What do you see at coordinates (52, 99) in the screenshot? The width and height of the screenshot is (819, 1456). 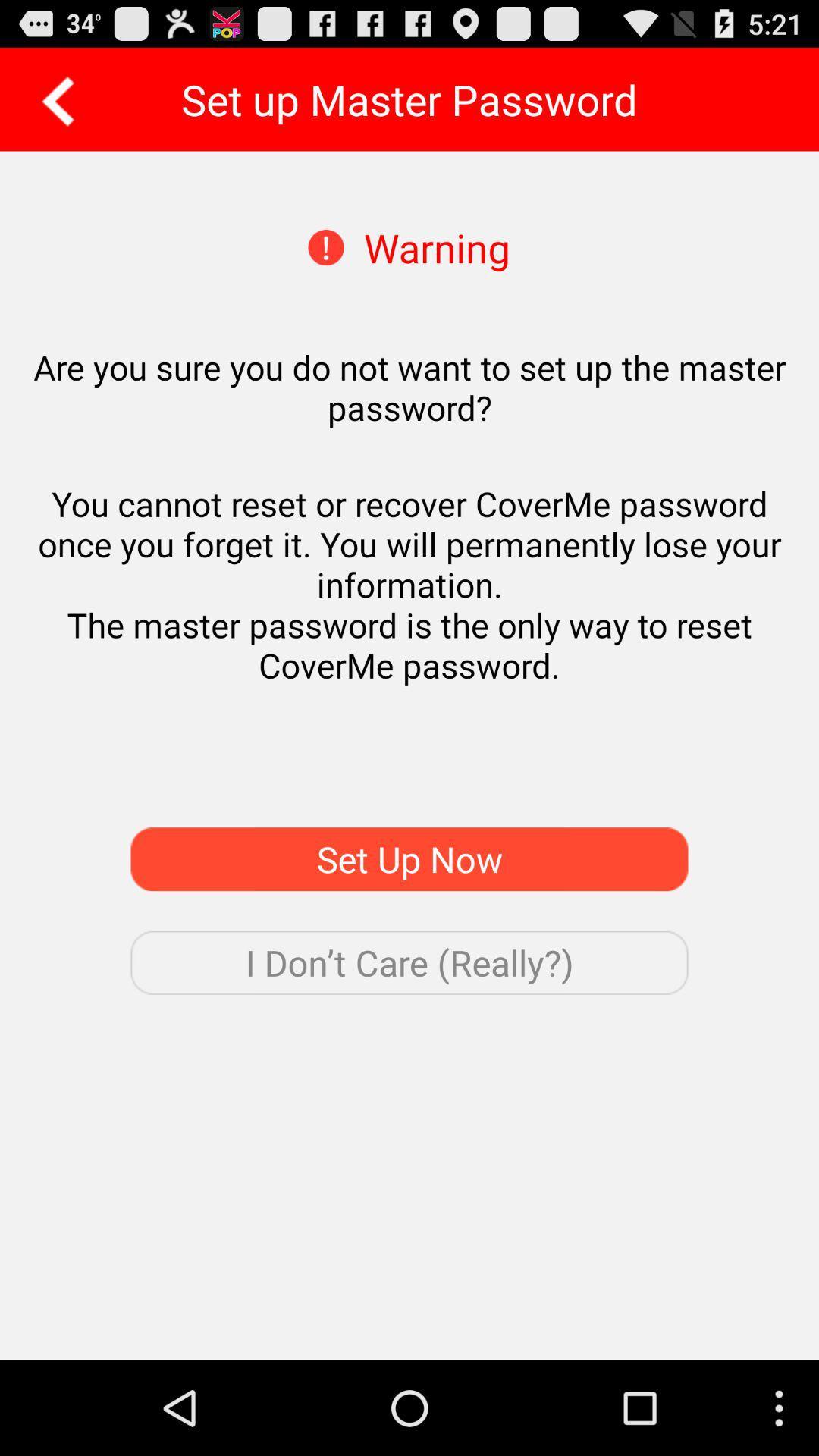 I see `previous page` at bounding box center [52, 99].